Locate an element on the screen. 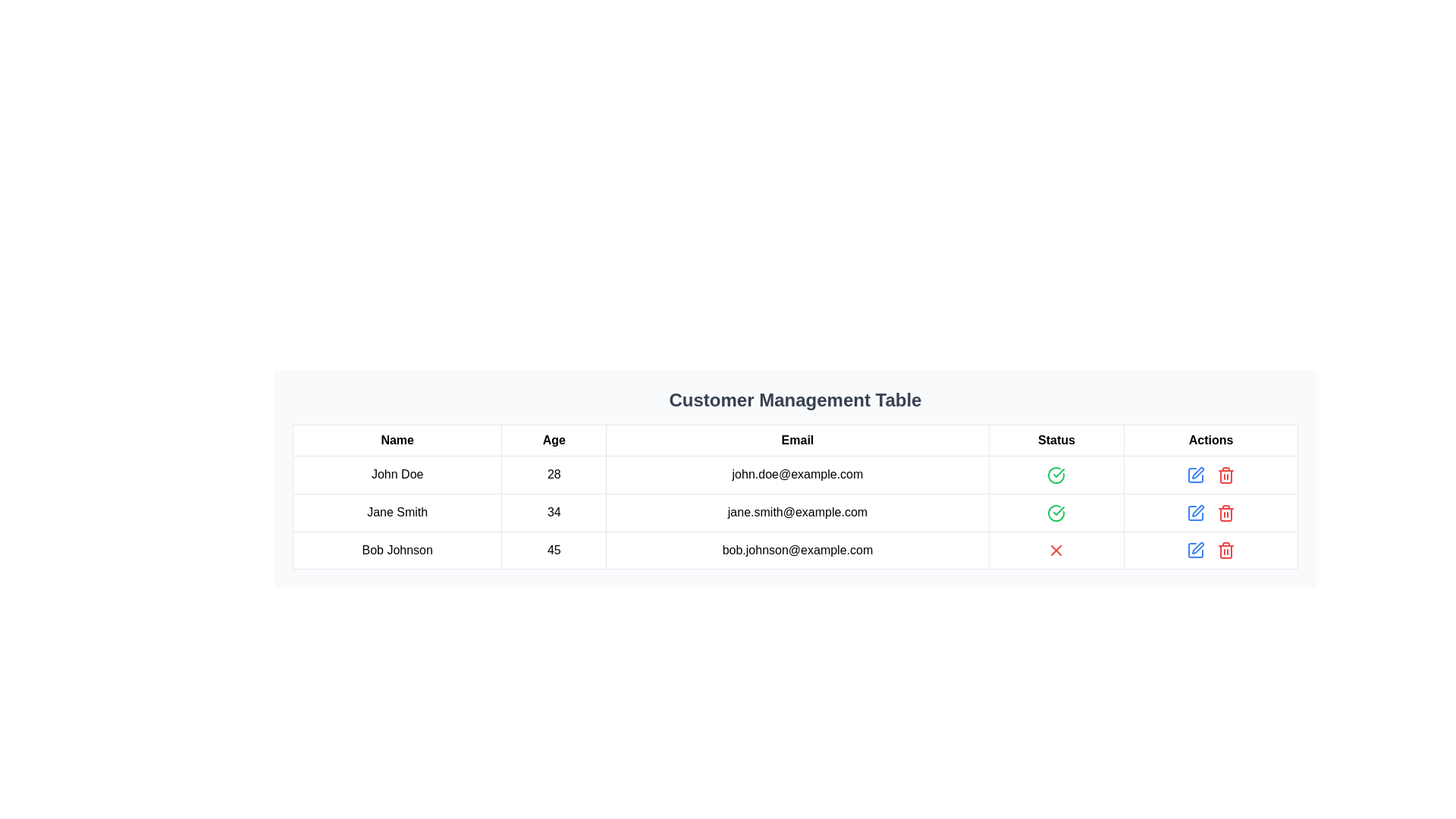 The width and height of the screenshot is (1456, 819). the red 'X' status icon in the 'Status' column of the 'Customer Management Table' for the entry of 'Bob Johnson' is located at coordinates (1056, 550).